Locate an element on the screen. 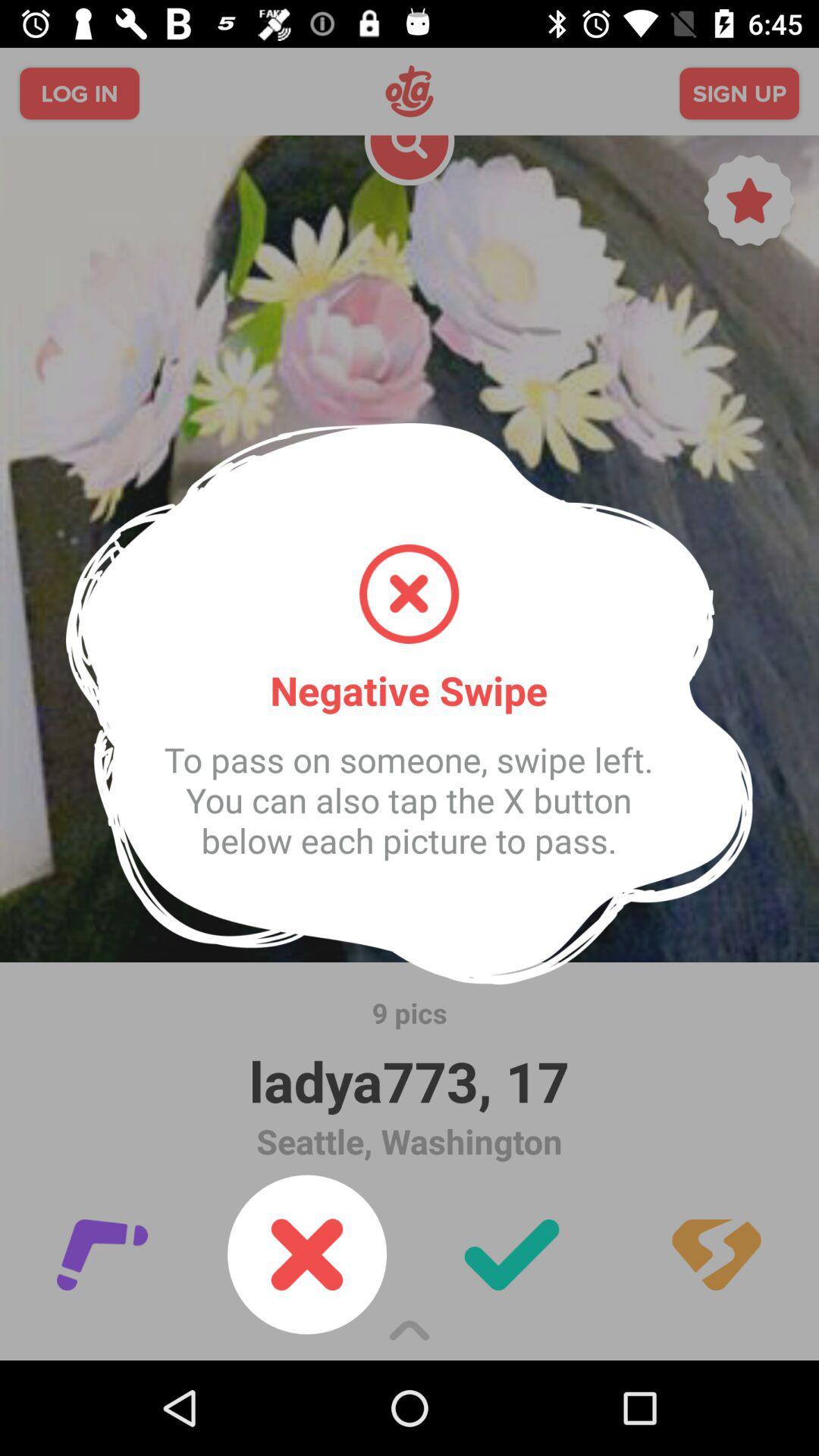  the icon below sign up option is located at coordinates (748, 204).